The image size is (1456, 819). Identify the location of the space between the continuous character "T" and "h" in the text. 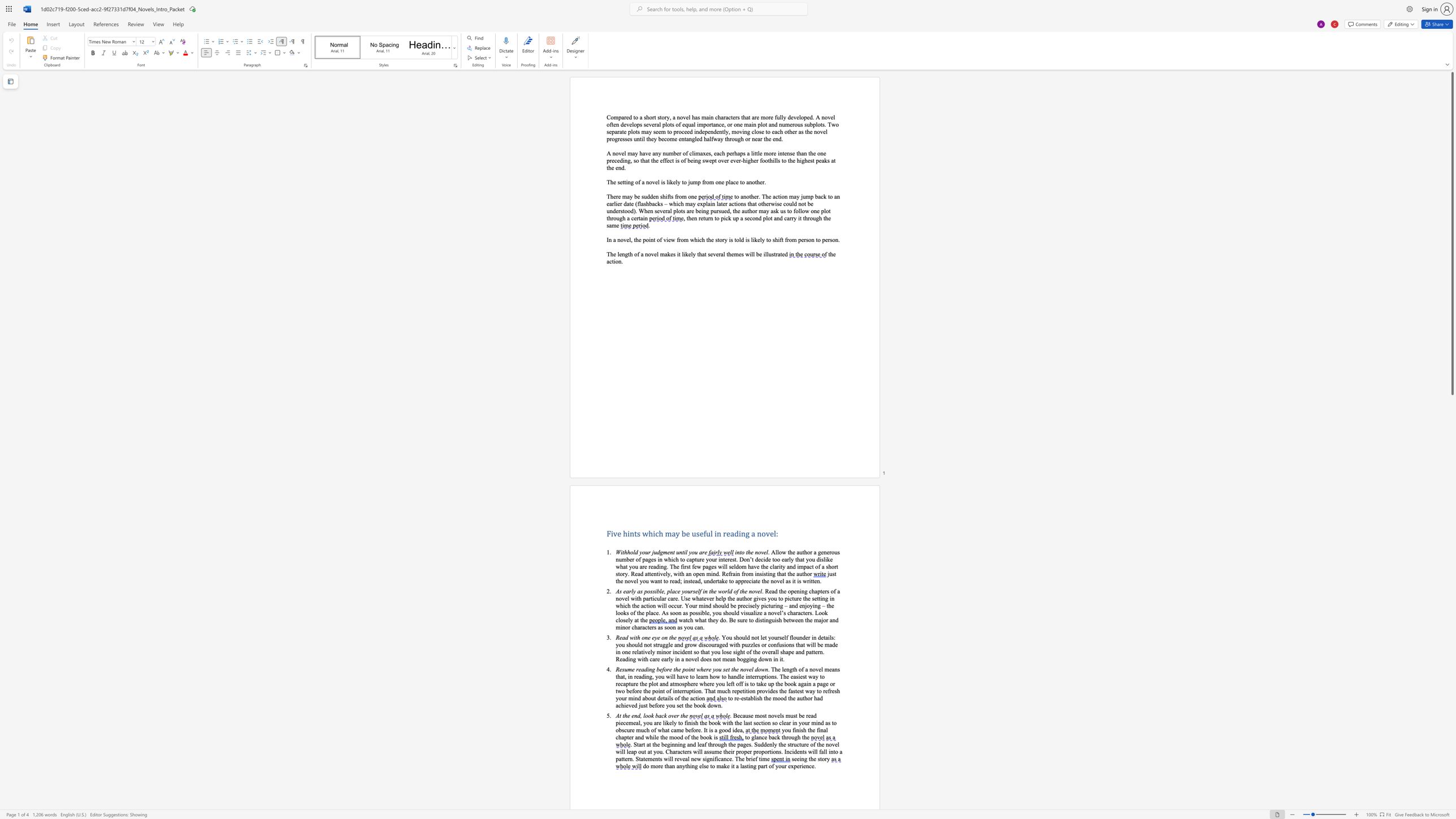
(765, 196).